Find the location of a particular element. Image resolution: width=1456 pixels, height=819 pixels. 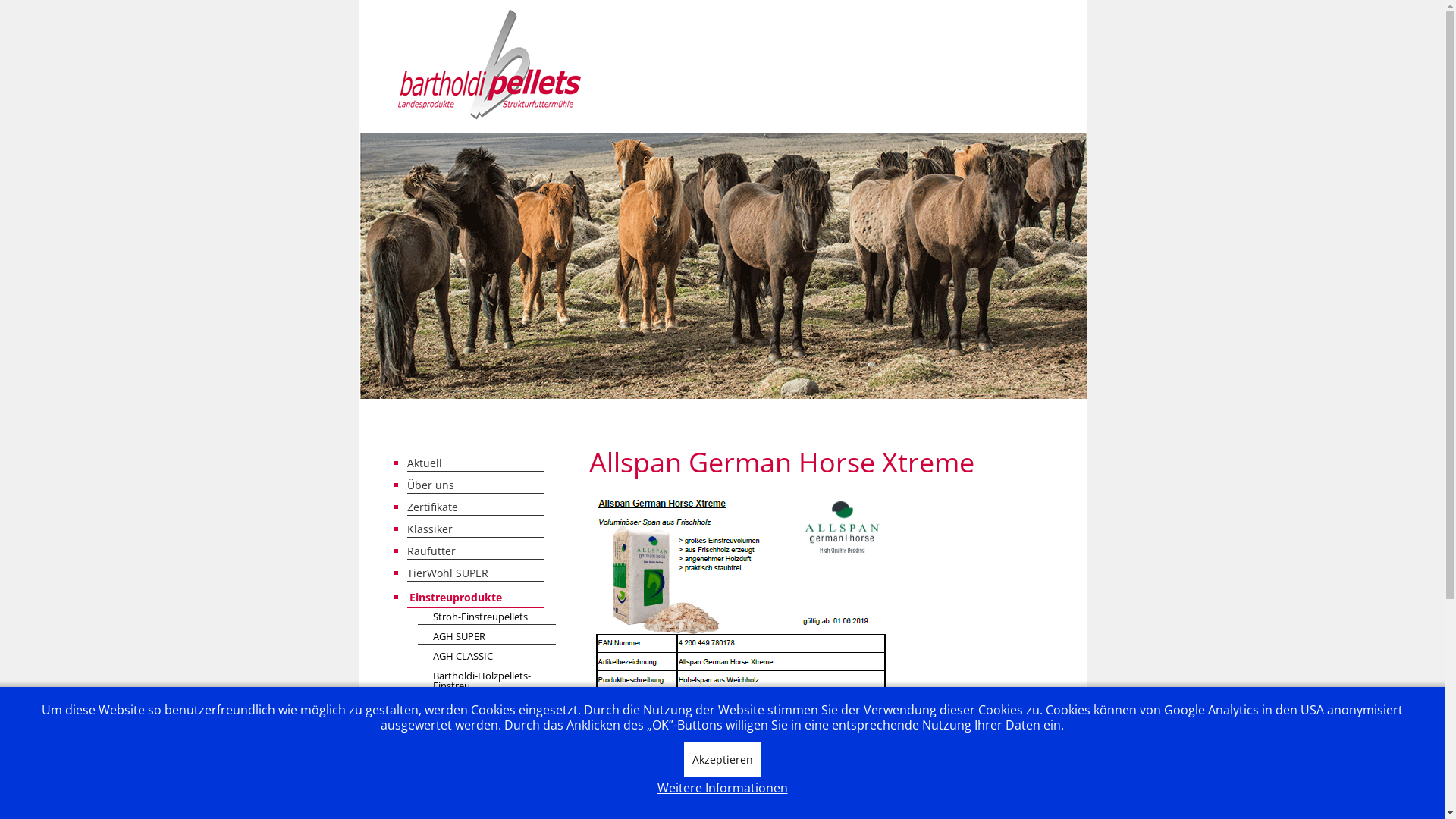

'Einstreuprodukte' is located at coordinates (406, 596).